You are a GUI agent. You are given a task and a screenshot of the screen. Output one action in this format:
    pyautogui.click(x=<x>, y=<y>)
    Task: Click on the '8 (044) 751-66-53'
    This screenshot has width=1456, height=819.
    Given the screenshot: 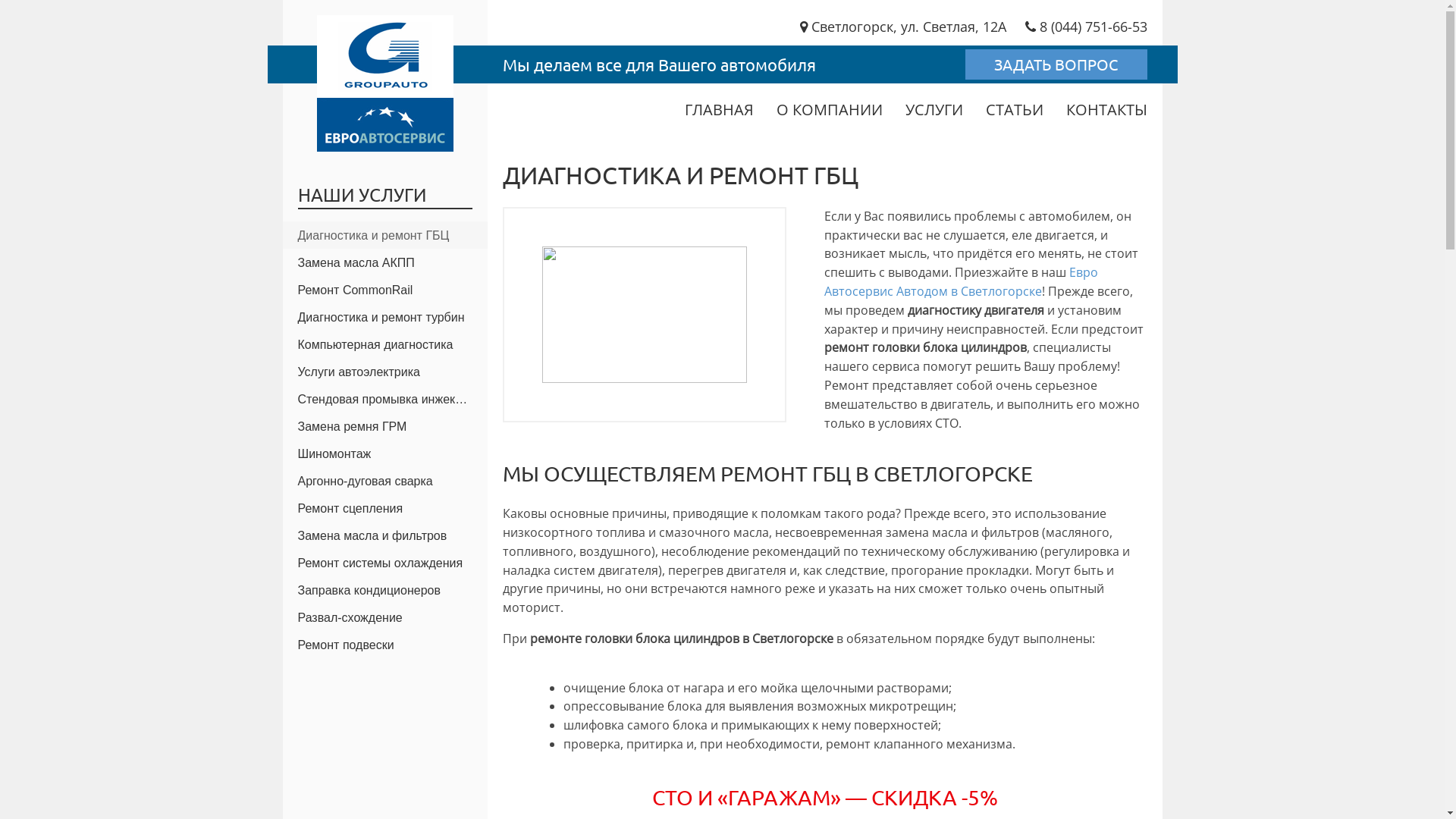 What is the action you would take?
    pyautogui.click(x=1085, y=26)
    